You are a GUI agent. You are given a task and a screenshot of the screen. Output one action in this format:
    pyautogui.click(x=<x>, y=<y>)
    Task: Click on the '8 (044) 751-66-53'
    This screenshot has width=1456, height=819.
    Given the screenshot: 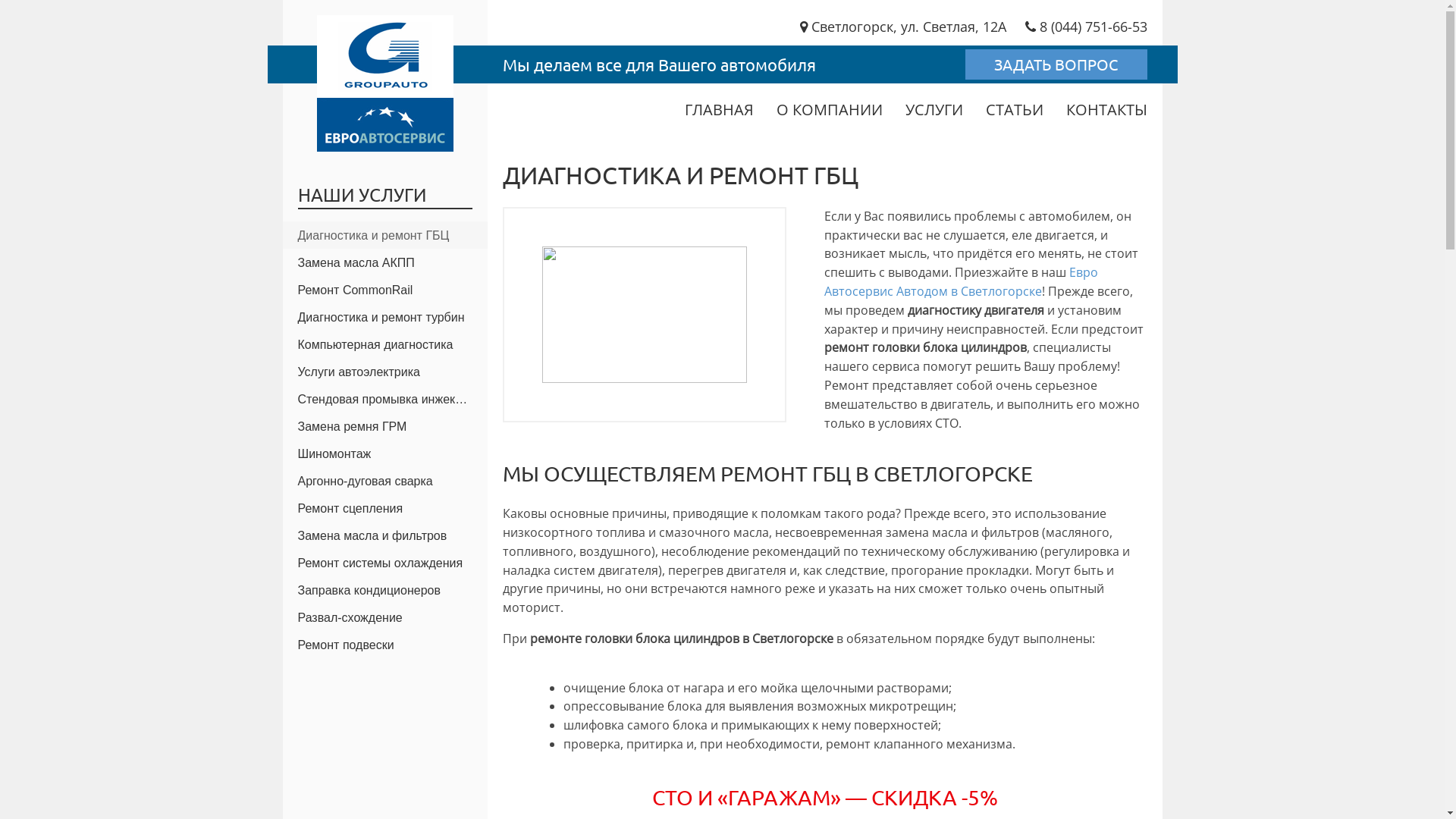 What is the action you would take?
    pyautogui.click(x=1085, y=26)
    